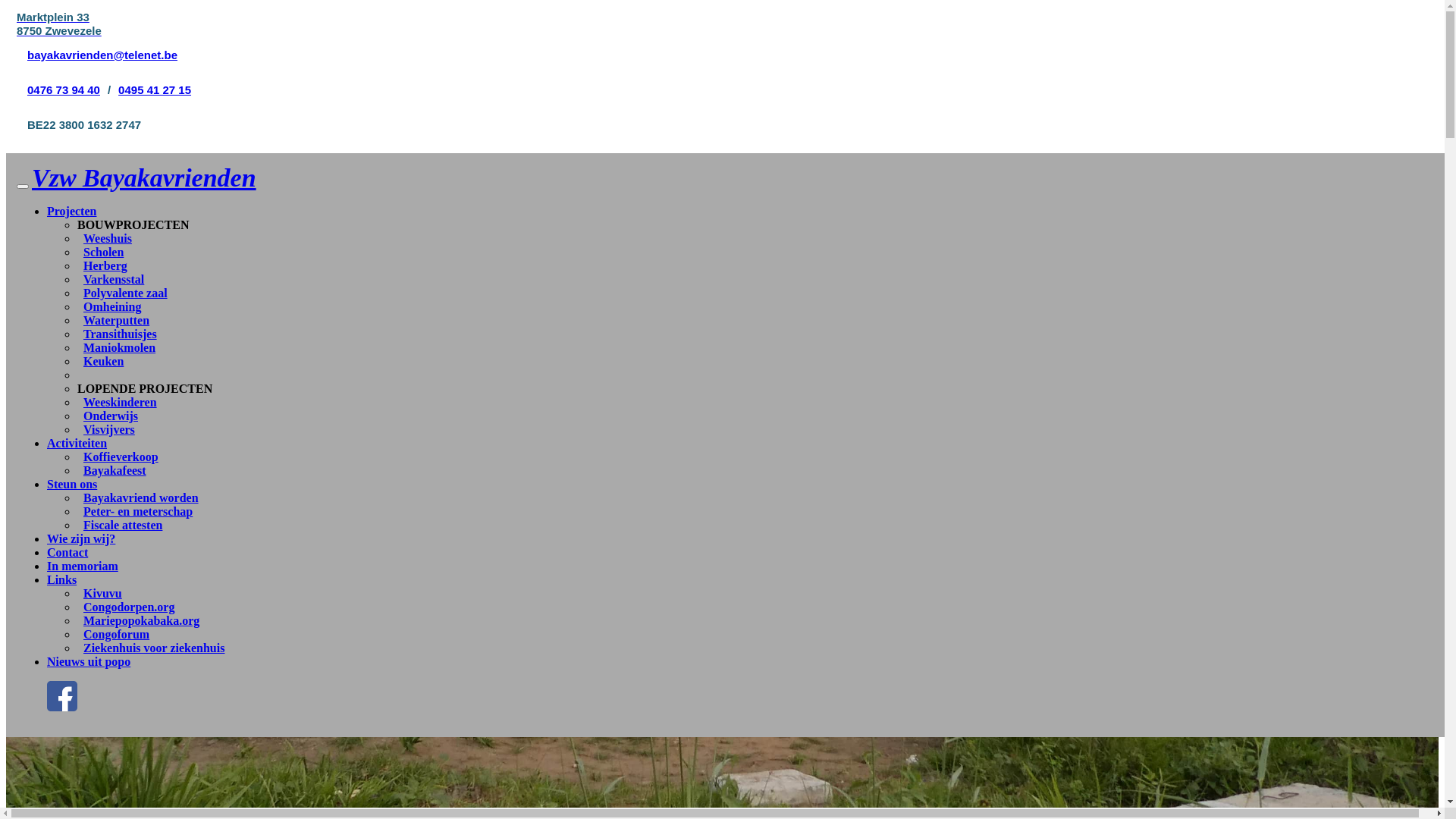  Describe the element at coordinates (76, 333) in the screenshot. I see `'Transithuisjes'` at that location.